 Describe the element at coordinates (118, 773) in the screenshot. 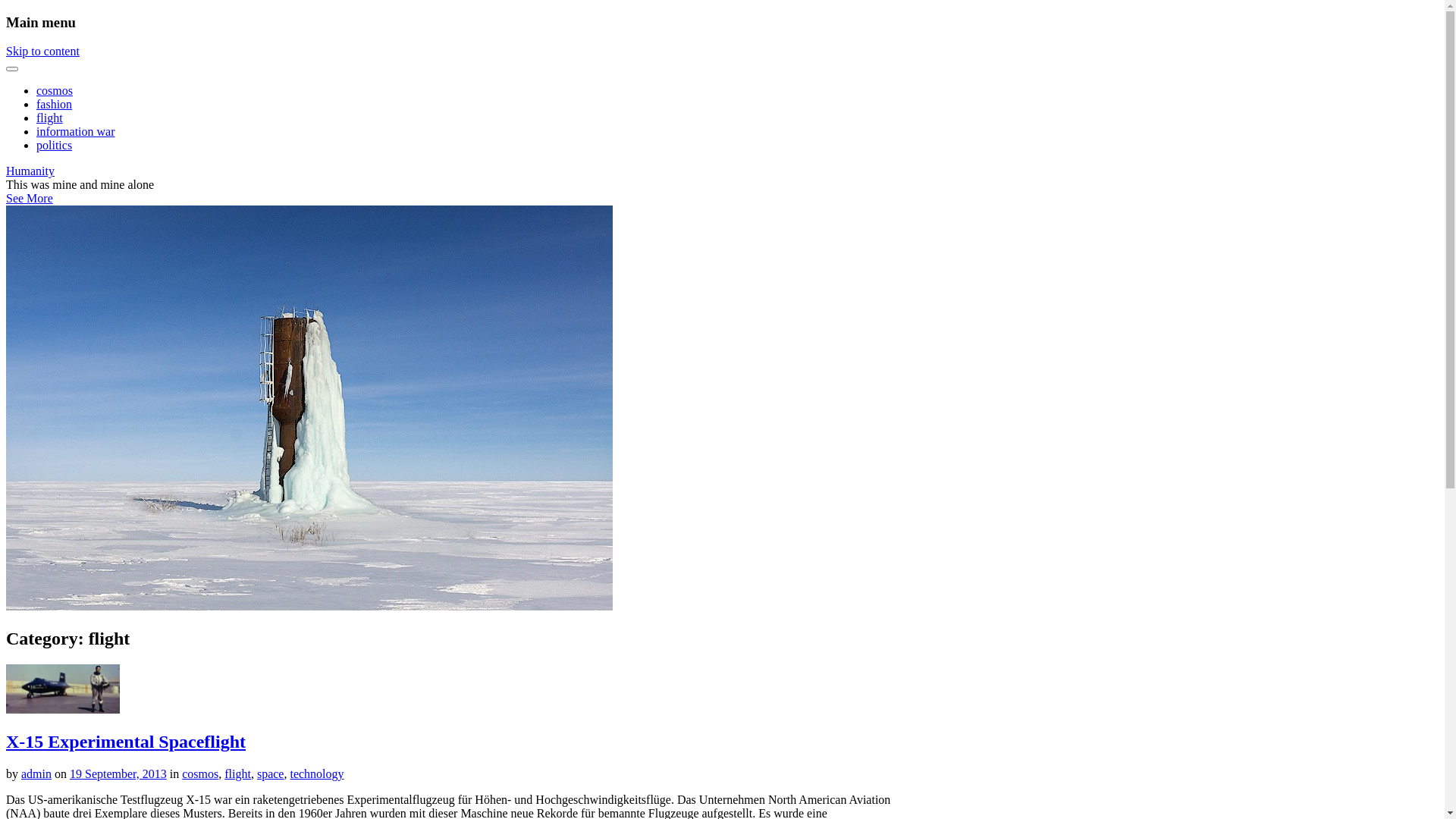

I see `'19 September, 2013'` at that location.